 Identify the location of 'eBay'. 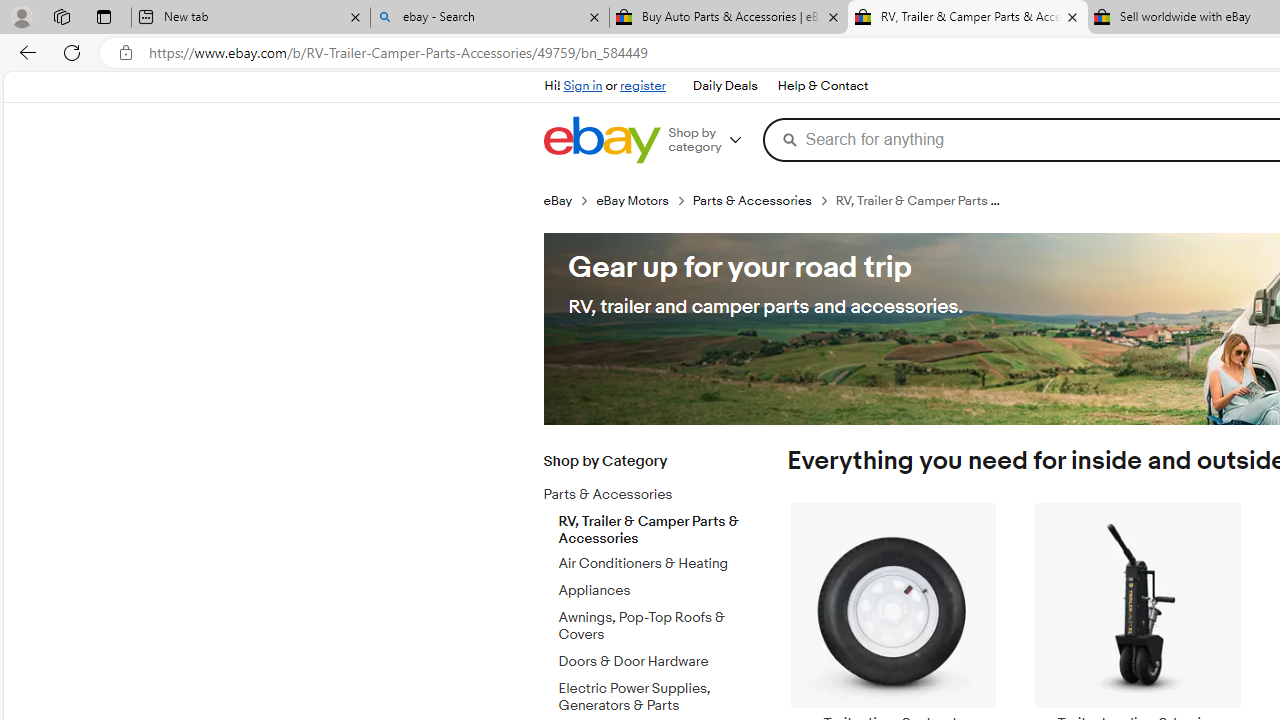
(558, 200).